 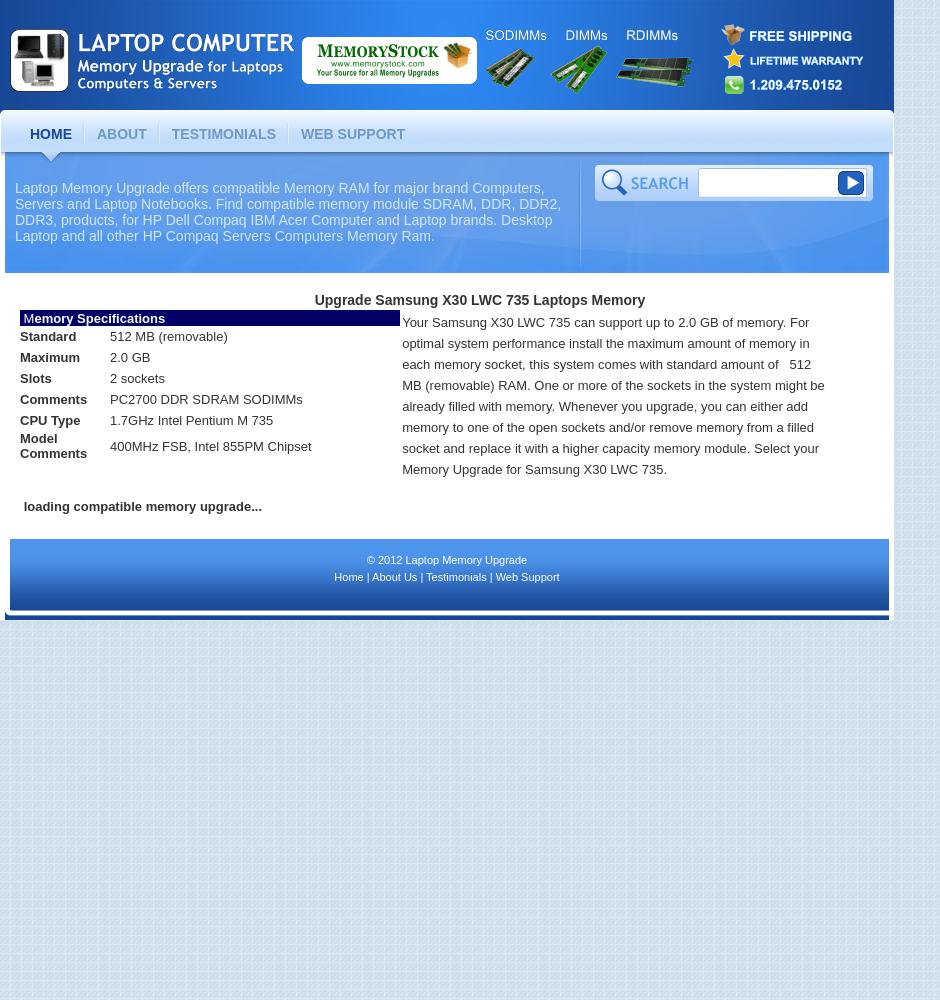 I want to click on 'Your
                                                                            Samsung X30 LWC 735 can support up to  2.0 GB of memory. For optimal
system performance install the maximum amount of memory in each memory socket, this system comes with standard amount of   512 MB (removable)  RAM. One
or more of the sockets in the system might be already filled with memory. Whenever you upgrade, you can either add memory to one of the open sockets and/or remove memory from a filled socket and replace it with a higher capacity memory module.
Select your Memory Upgrade for Samsung X30 LWC 735.', so click(x=402, y=396).